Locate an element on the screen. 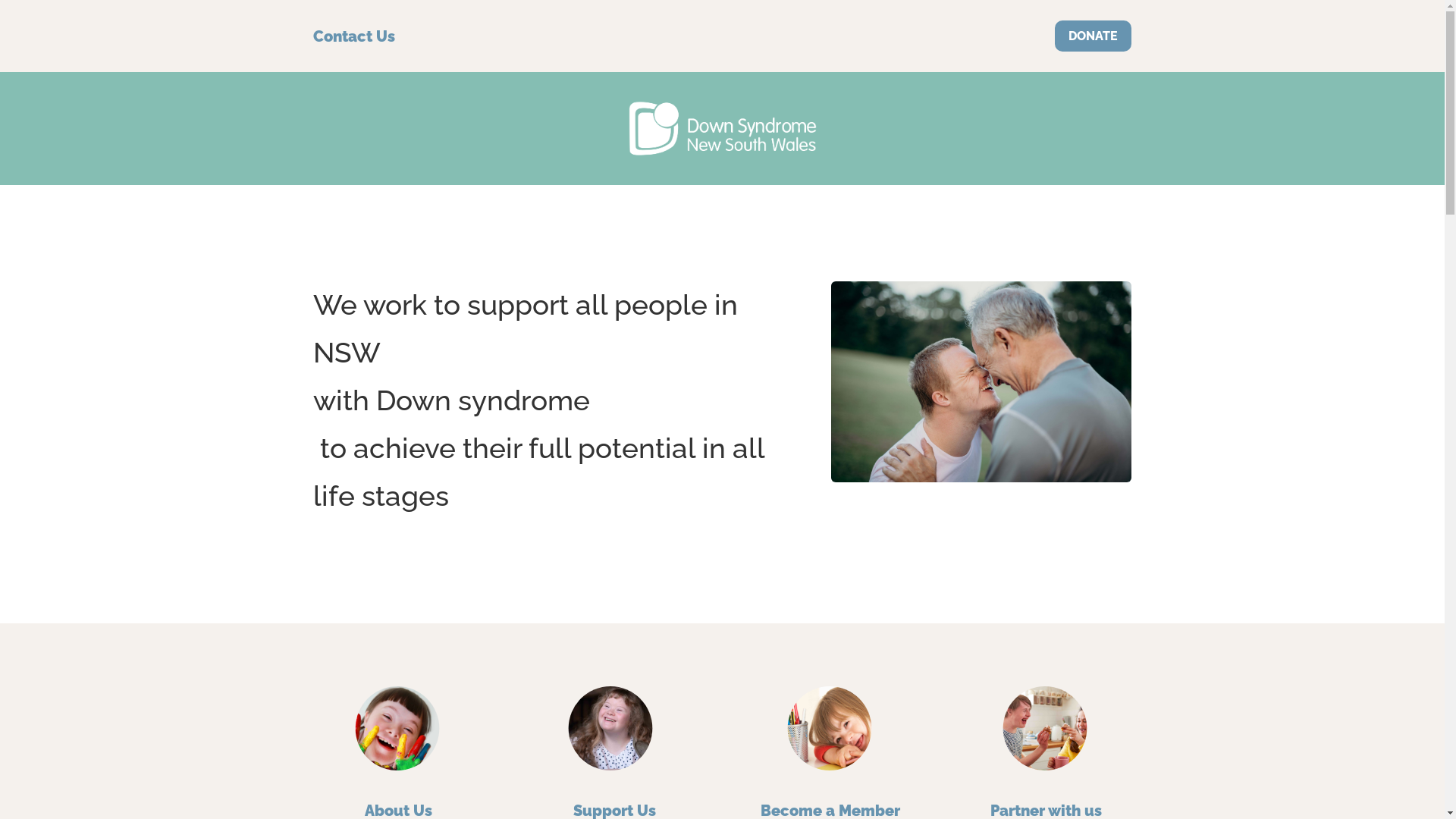  'DS Vector-white' is located at coordinates (722, 127).